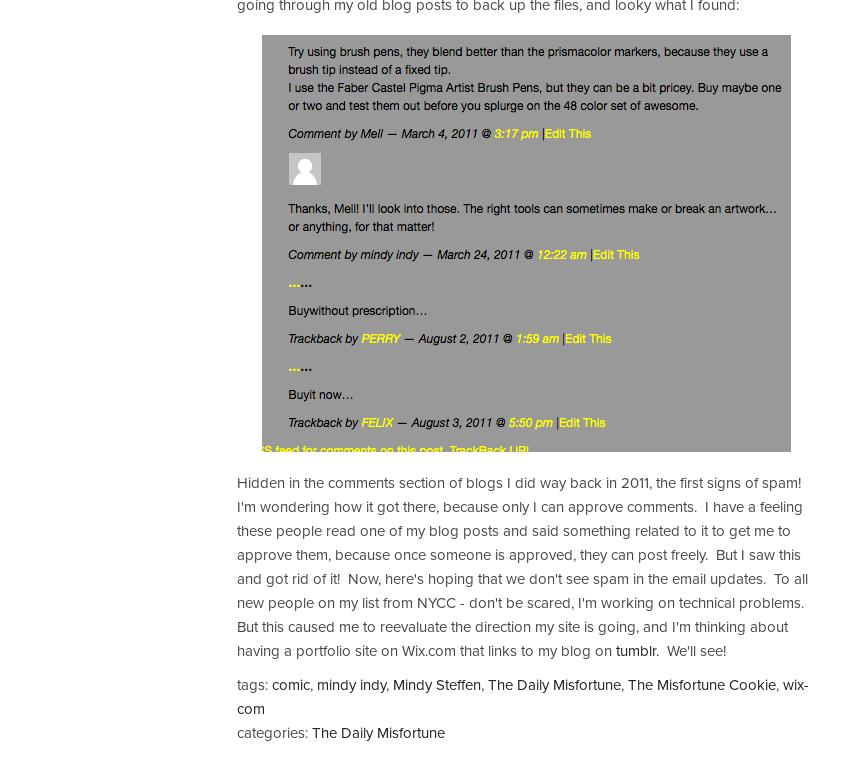  I want to click on 'wix-com', so click(236, 695).